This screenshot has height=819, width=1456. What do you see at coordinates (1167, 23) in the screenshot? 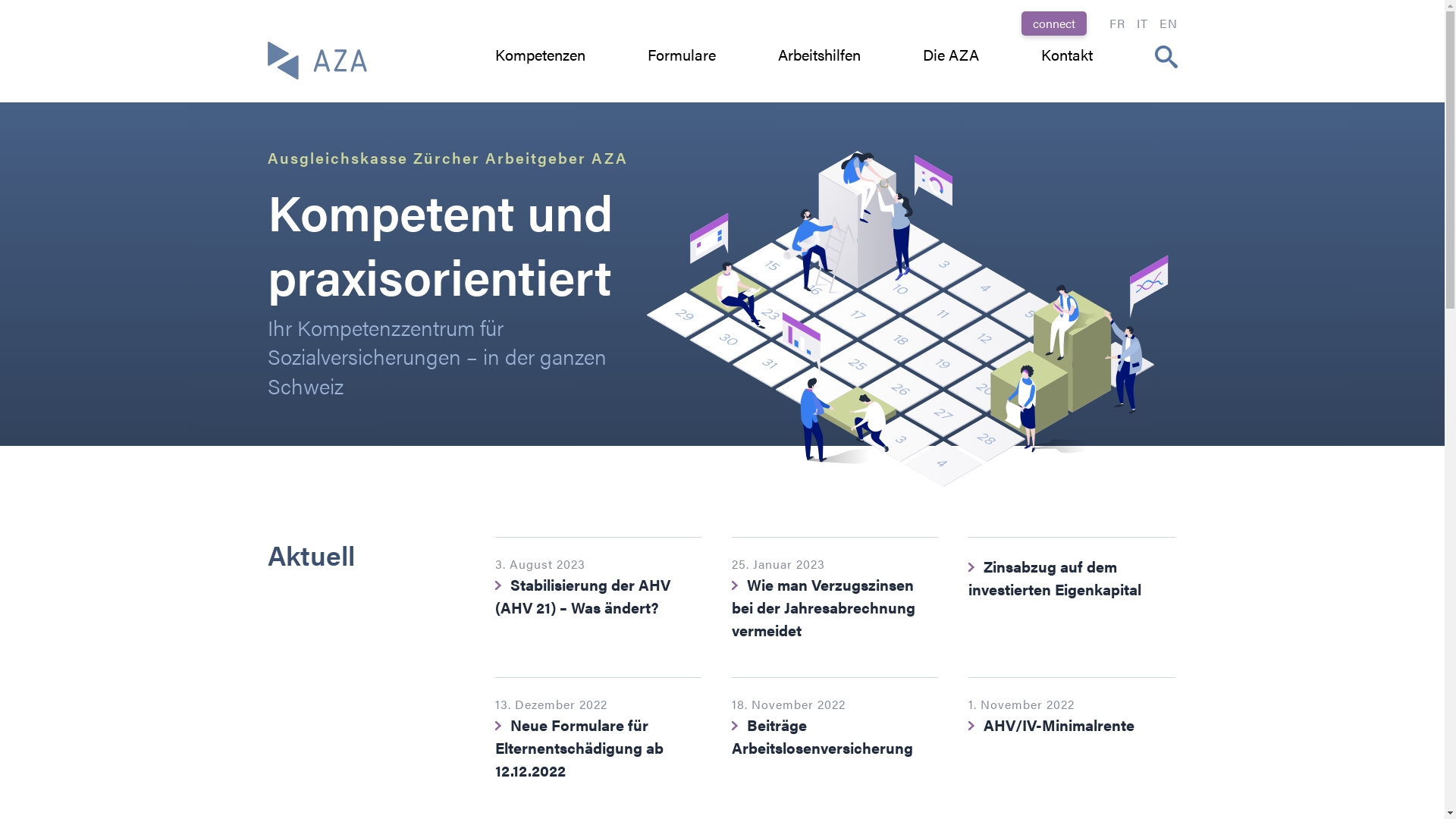
I see `'EN'` at bounding box center [1167, 23].